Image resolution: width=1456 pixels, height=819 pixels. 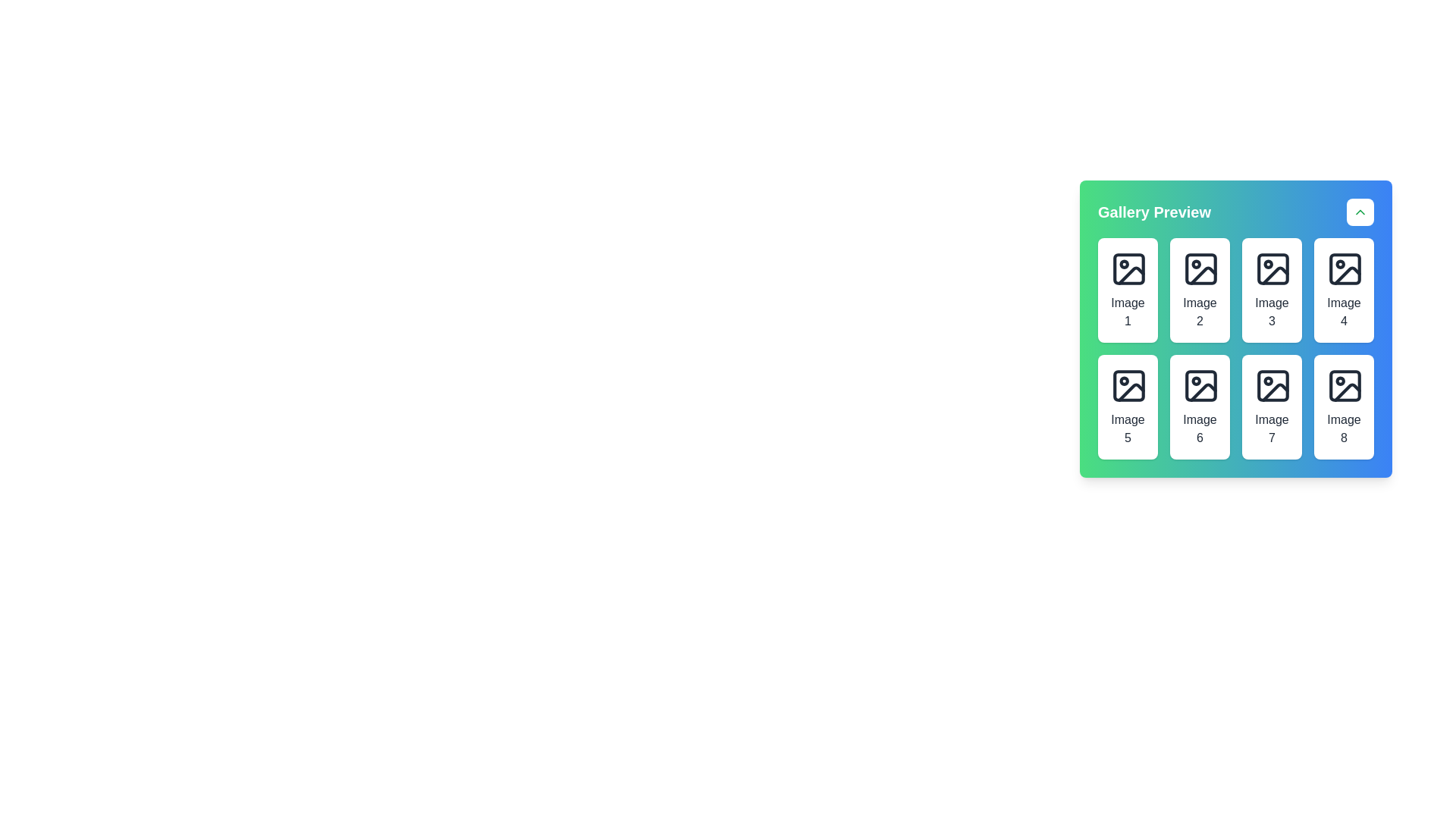 I want to click on the Text label in the seventh cell of the gallery grid that identifies the corresponding image preview, so click(x=1272, y=429).